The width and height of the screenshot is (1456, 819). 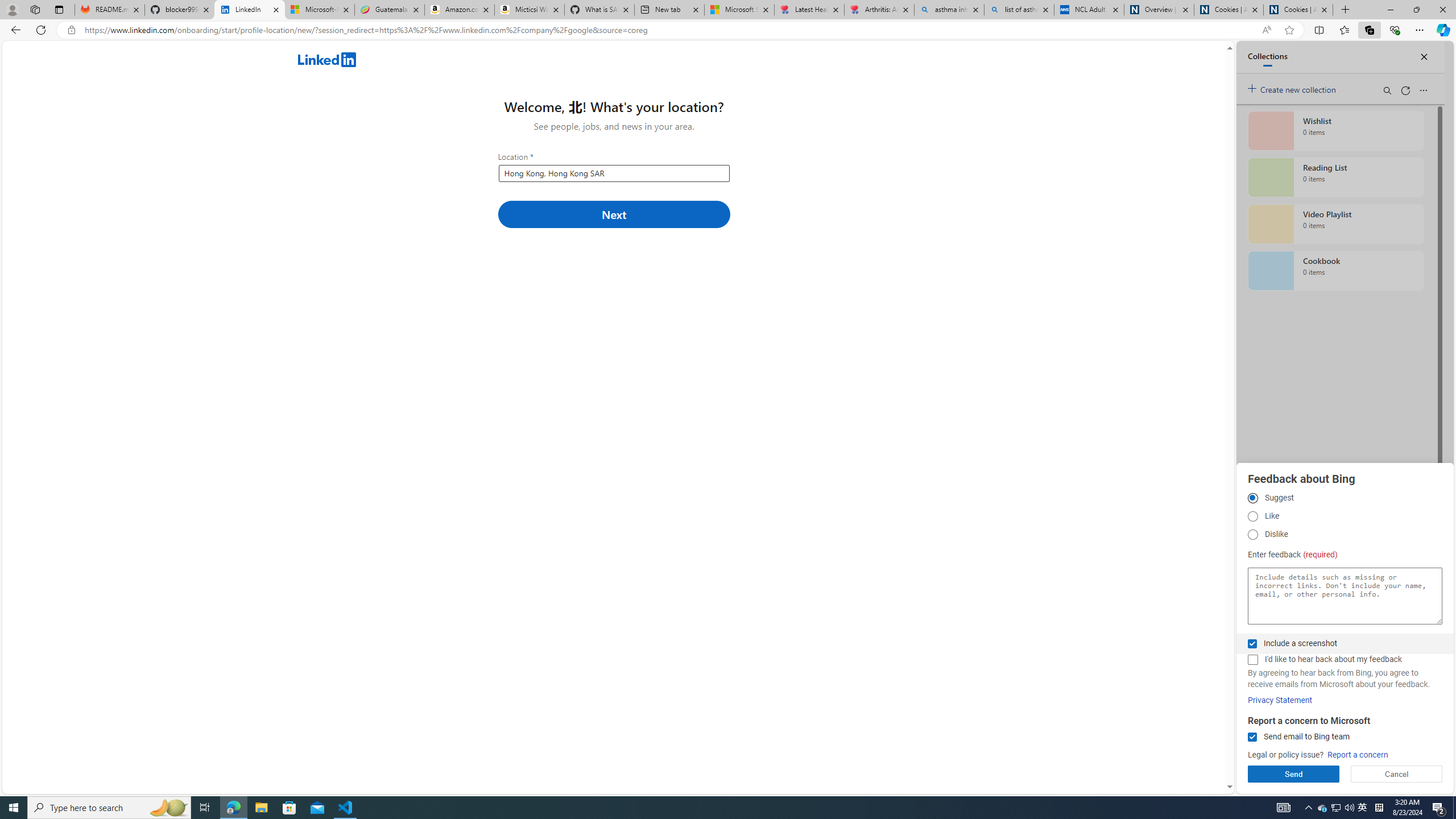 I want to click on 'Send email to Bing team', so click(x=1252, y=737).